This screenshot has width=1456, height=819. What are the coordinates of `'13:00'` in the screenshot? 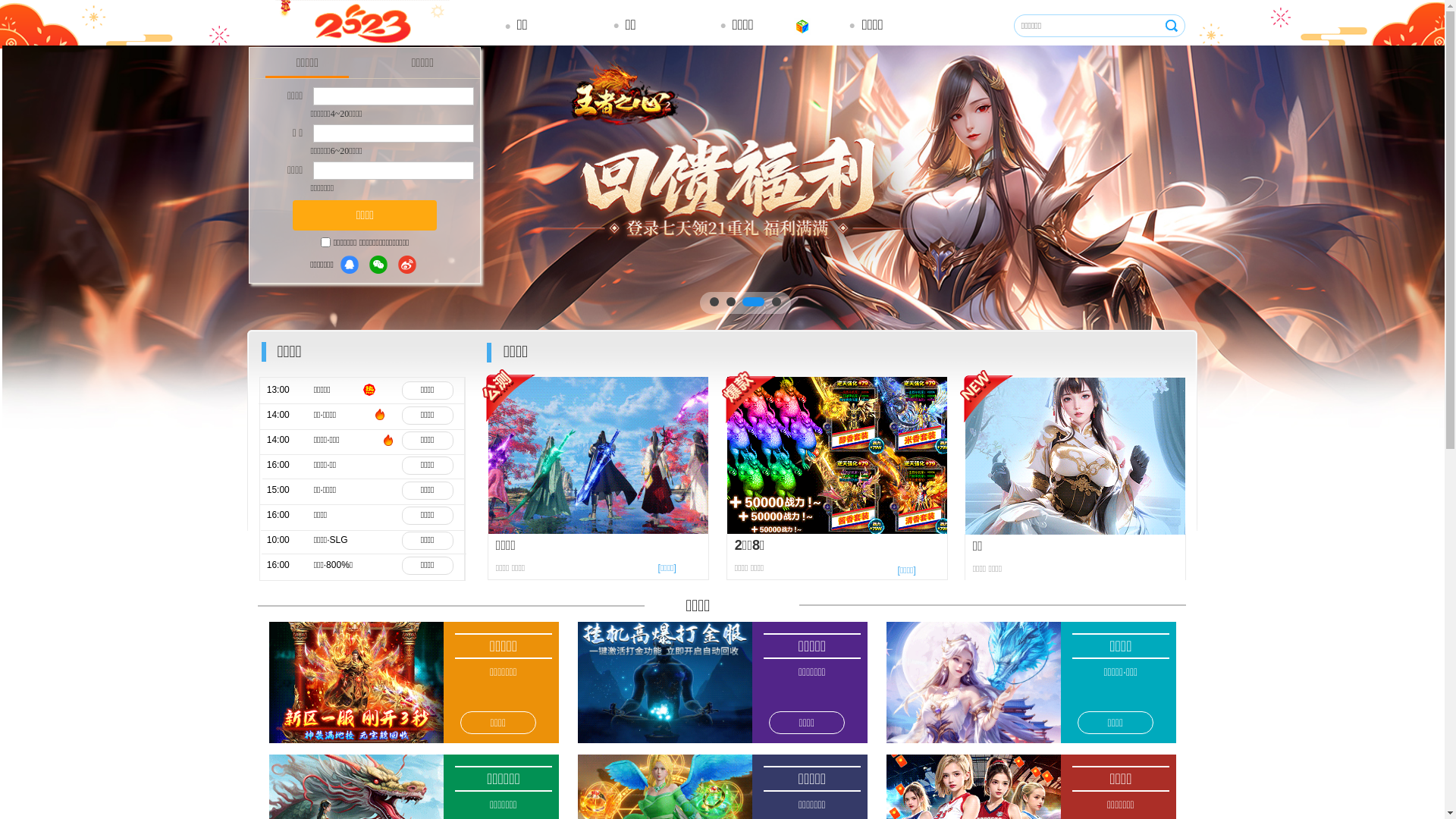 It's located at (266, 389).